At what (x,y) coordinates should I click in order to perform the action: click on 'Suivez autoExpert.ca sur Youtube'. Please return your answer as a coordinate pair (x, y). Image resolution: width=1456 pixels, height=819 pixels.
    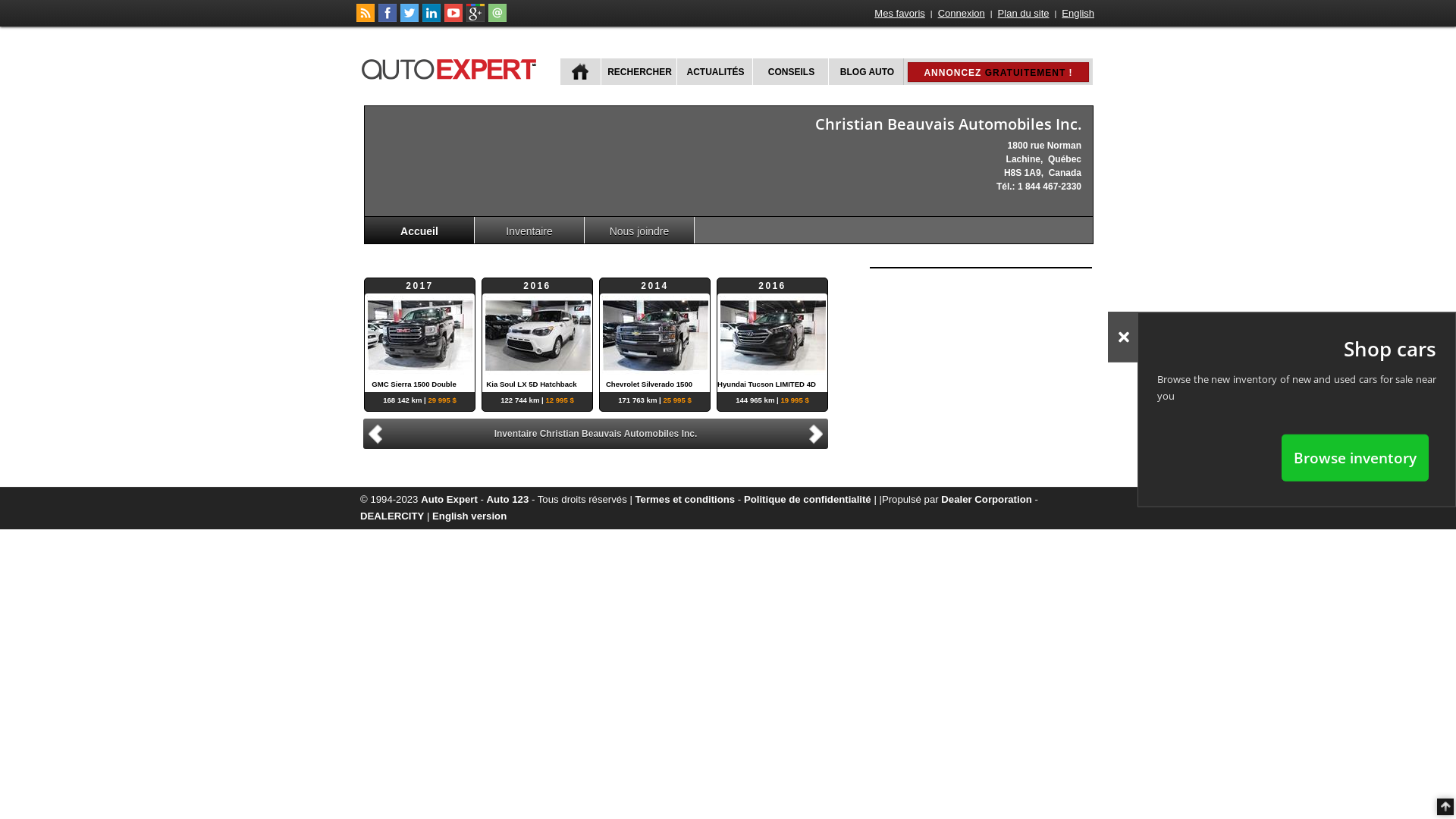
    Looking at the image, I should click on (443, 18).